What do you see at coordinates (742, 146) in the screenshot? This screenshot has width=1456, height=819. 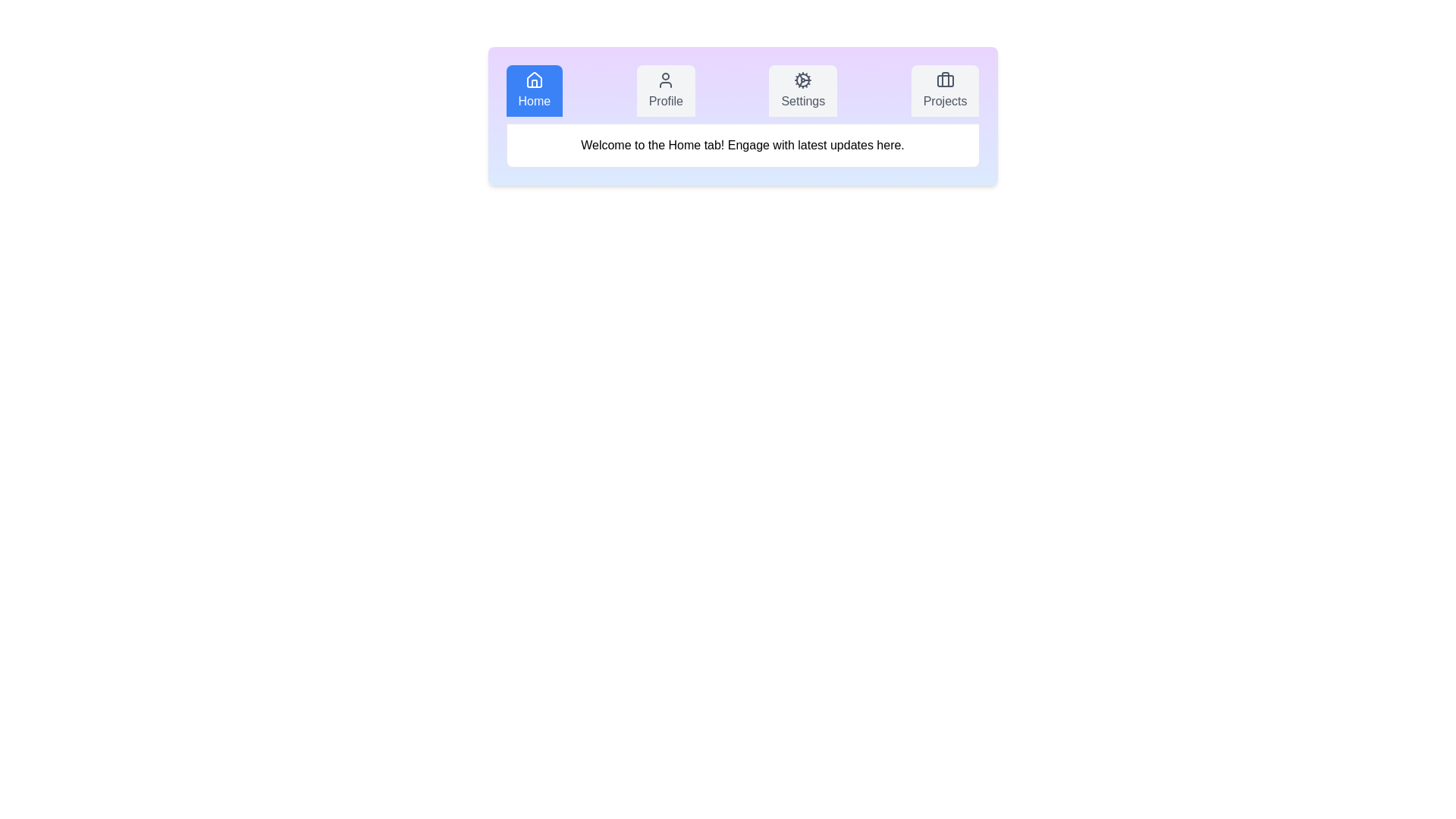 I see `the static text display located at the bottom of the 'Home' tab section, which provides an introduction or message to users` at bounding box center [742, 146].